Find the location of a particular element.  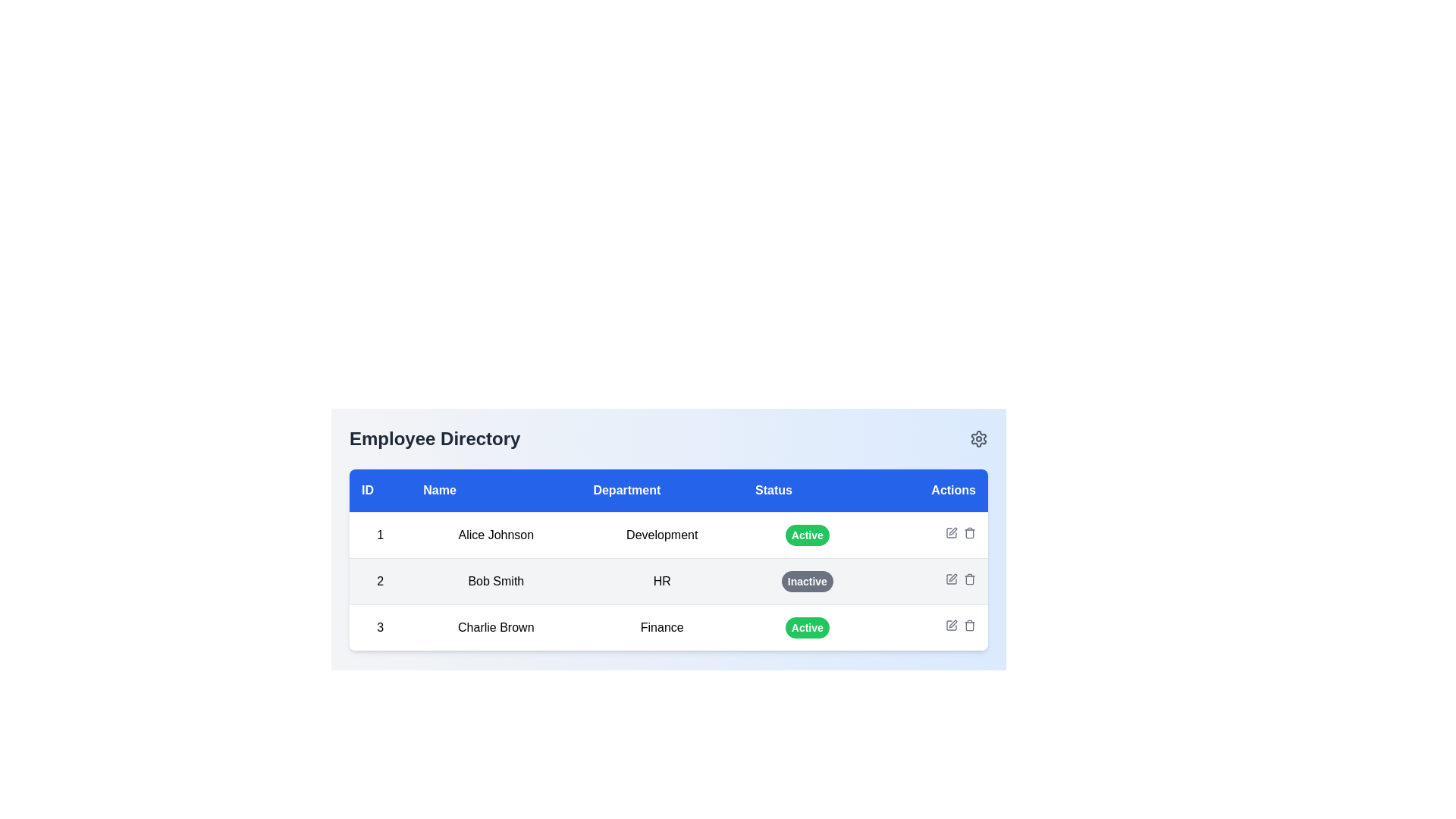

the 'Finance' department text label in row 3 of the employee table, associated with 'Charlie Brown' is located at coordinates (662, 627).